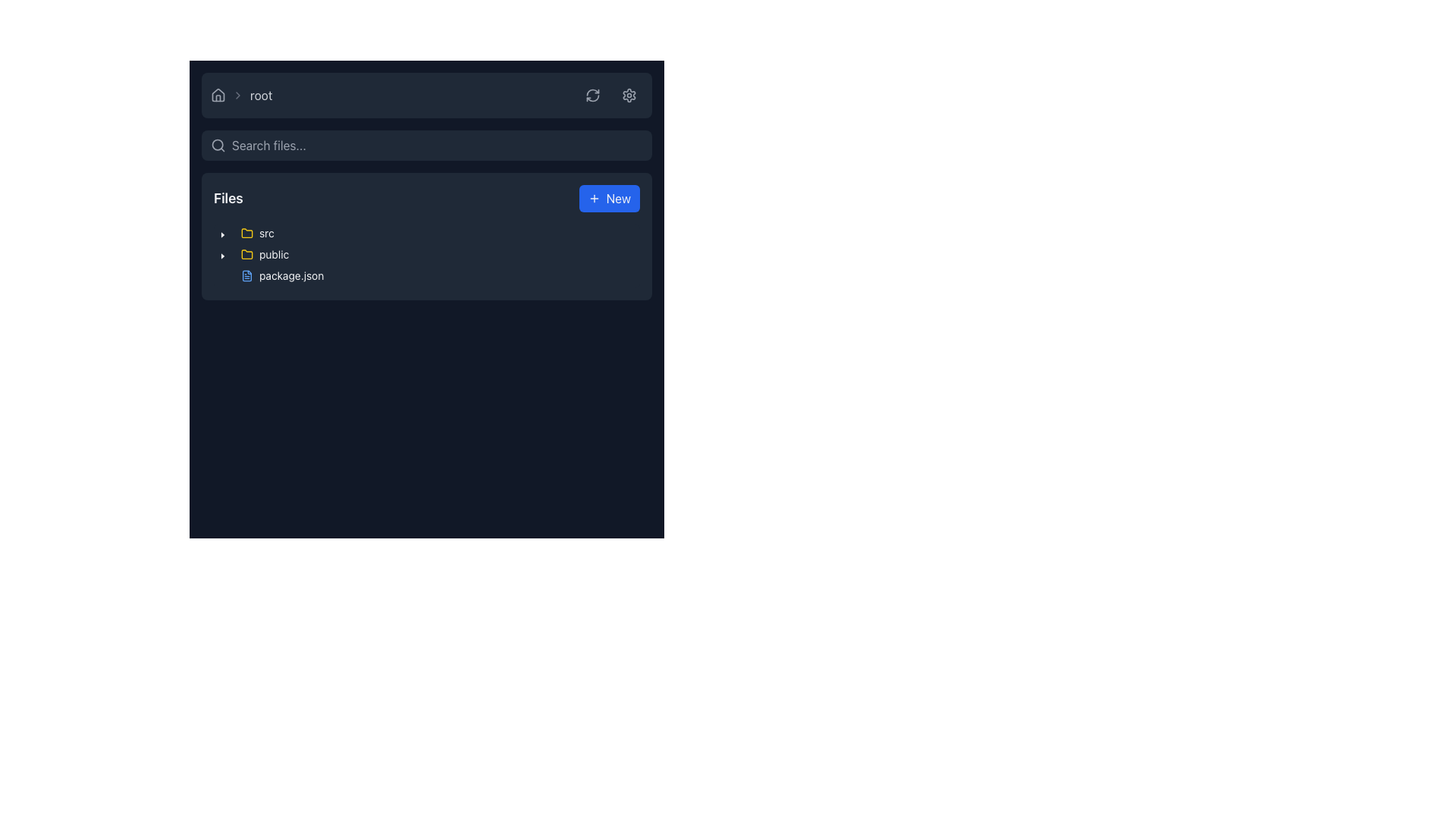  What do you see at coordinates (247, 275) in the screenshot?
I see `the icon representing the 'package.json' file in the 'Files' section, located to the left of the text label 'package.json'` at bounding box center [247, 275].